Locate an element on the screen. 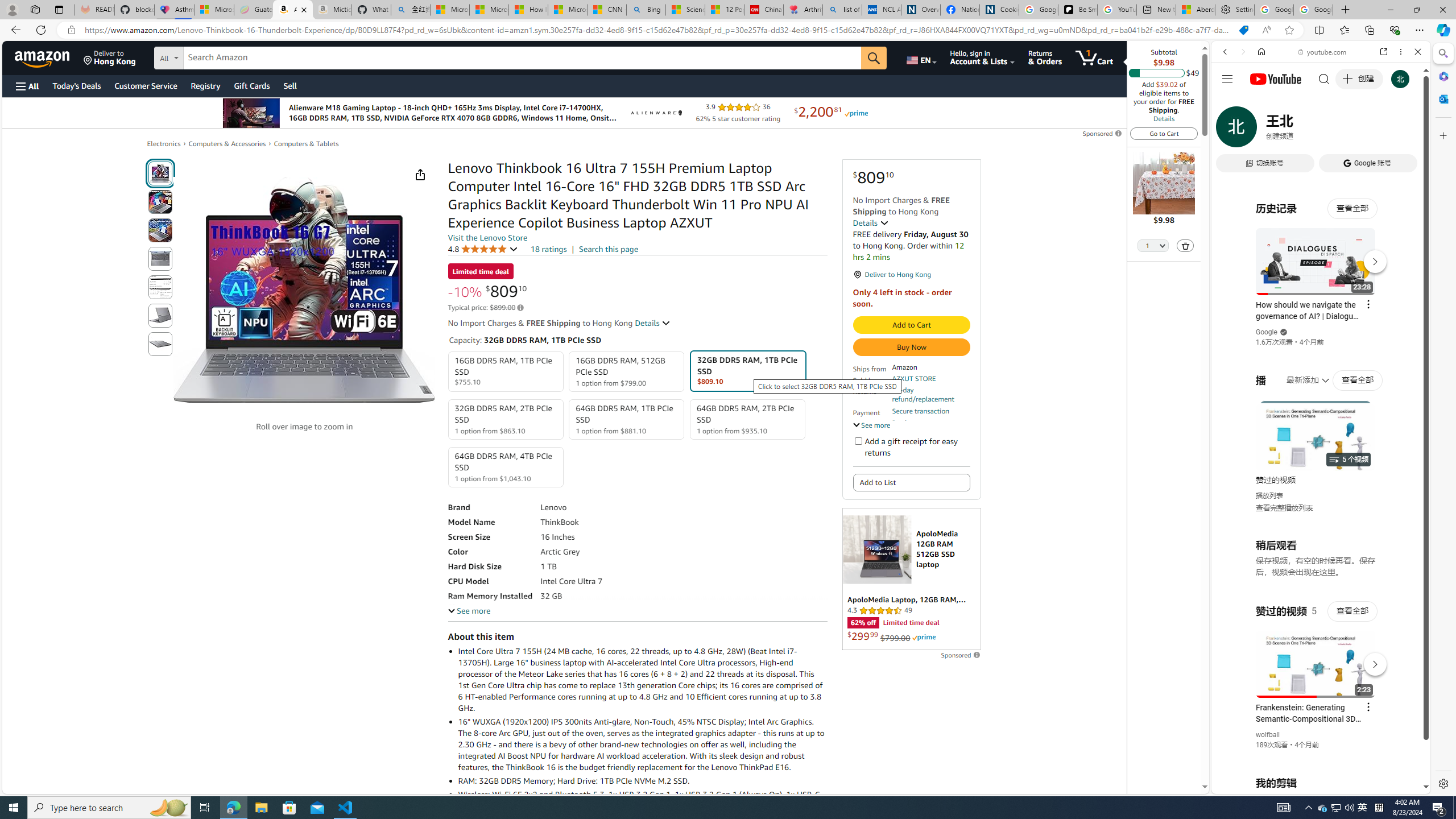  'Be Smart | creating Science videos | Patreon' is located at coordinates (1077, 9).